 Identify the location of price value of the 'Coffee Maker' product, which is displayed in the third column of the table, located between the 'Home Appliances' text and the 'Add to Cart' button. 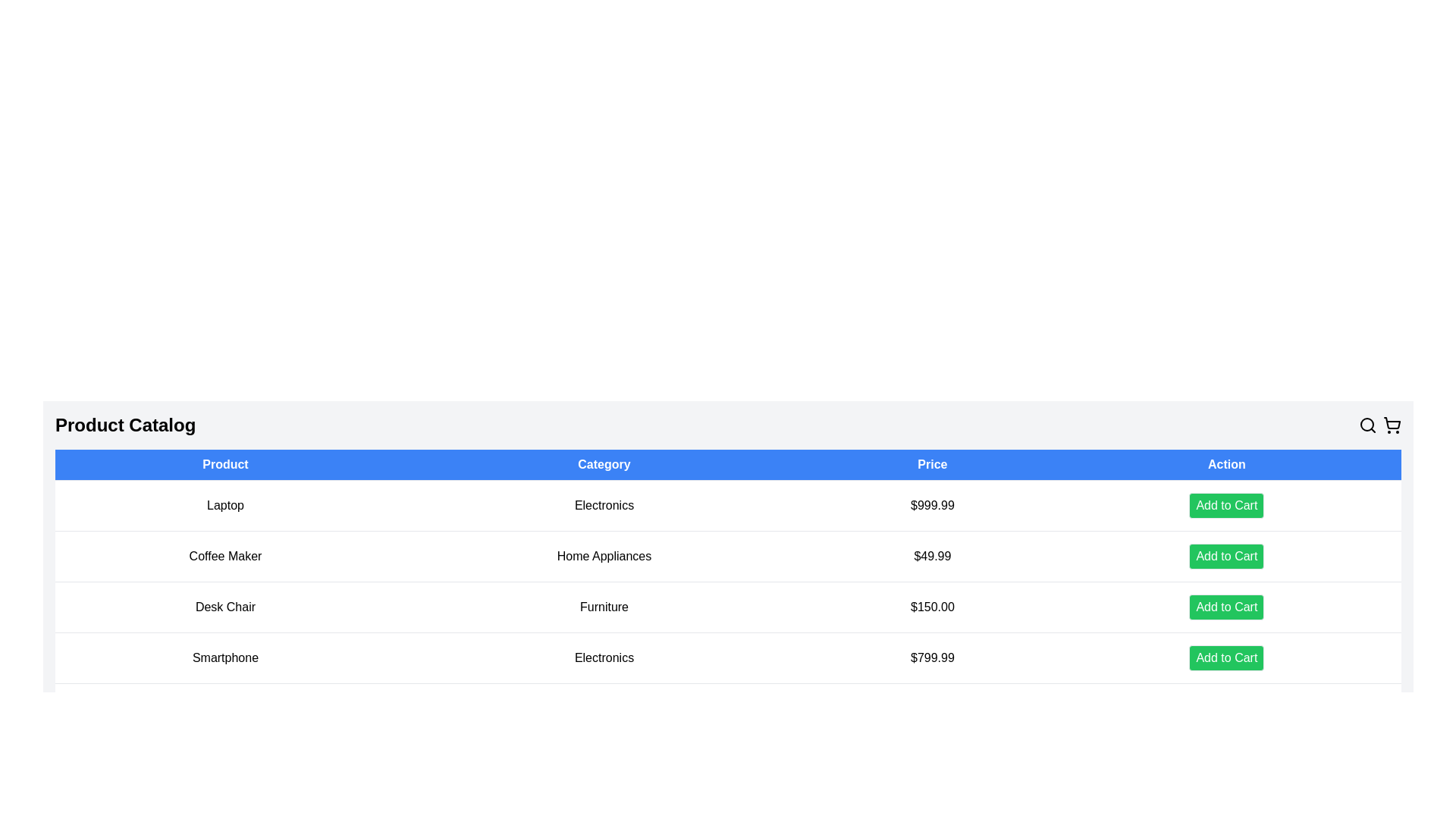
(931, 556).